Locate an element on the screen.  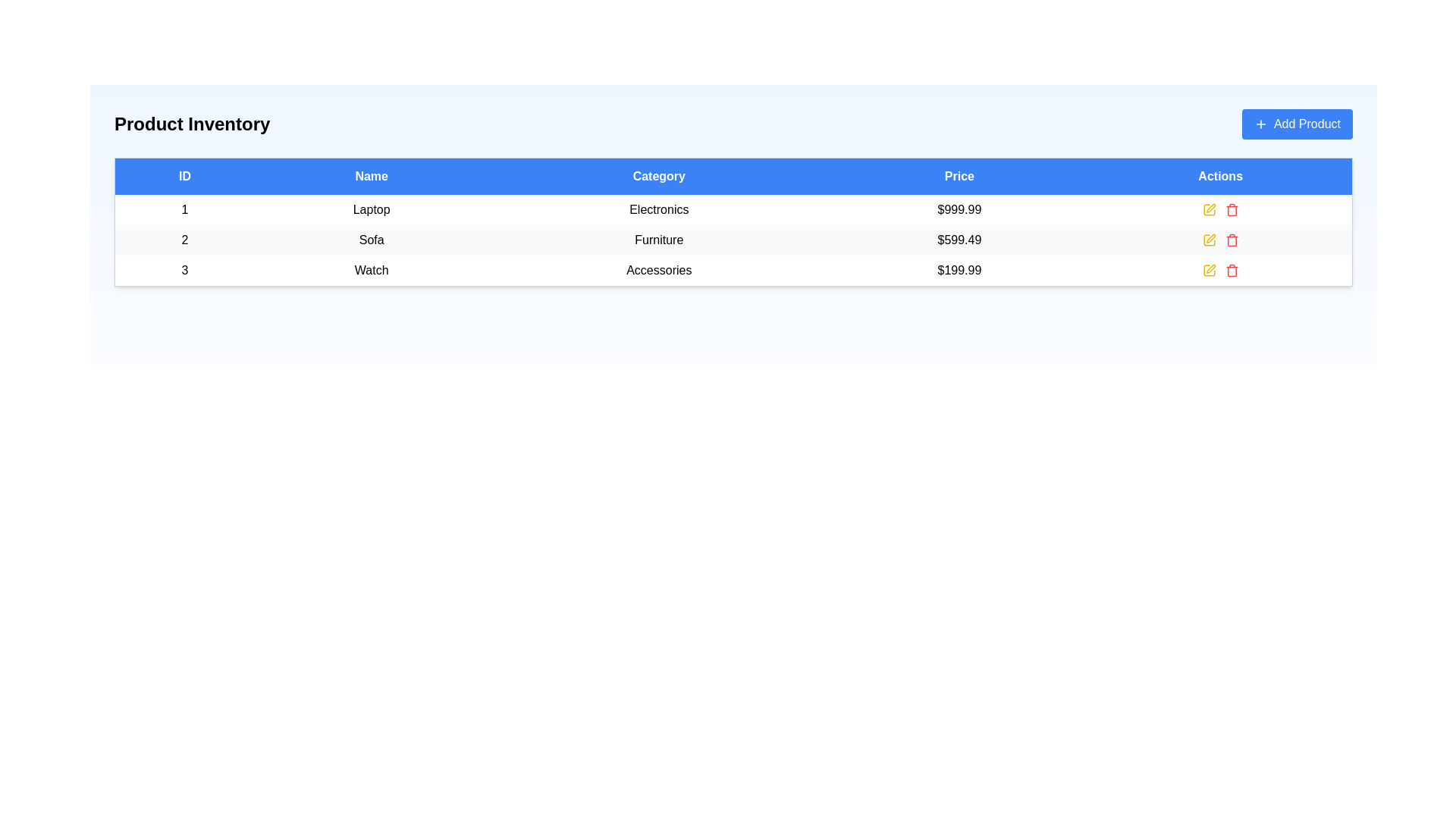
the Table Header Cell with a blue background labeled 'ID', which is the first header in the row of a table is located at coordinates (184, 175).